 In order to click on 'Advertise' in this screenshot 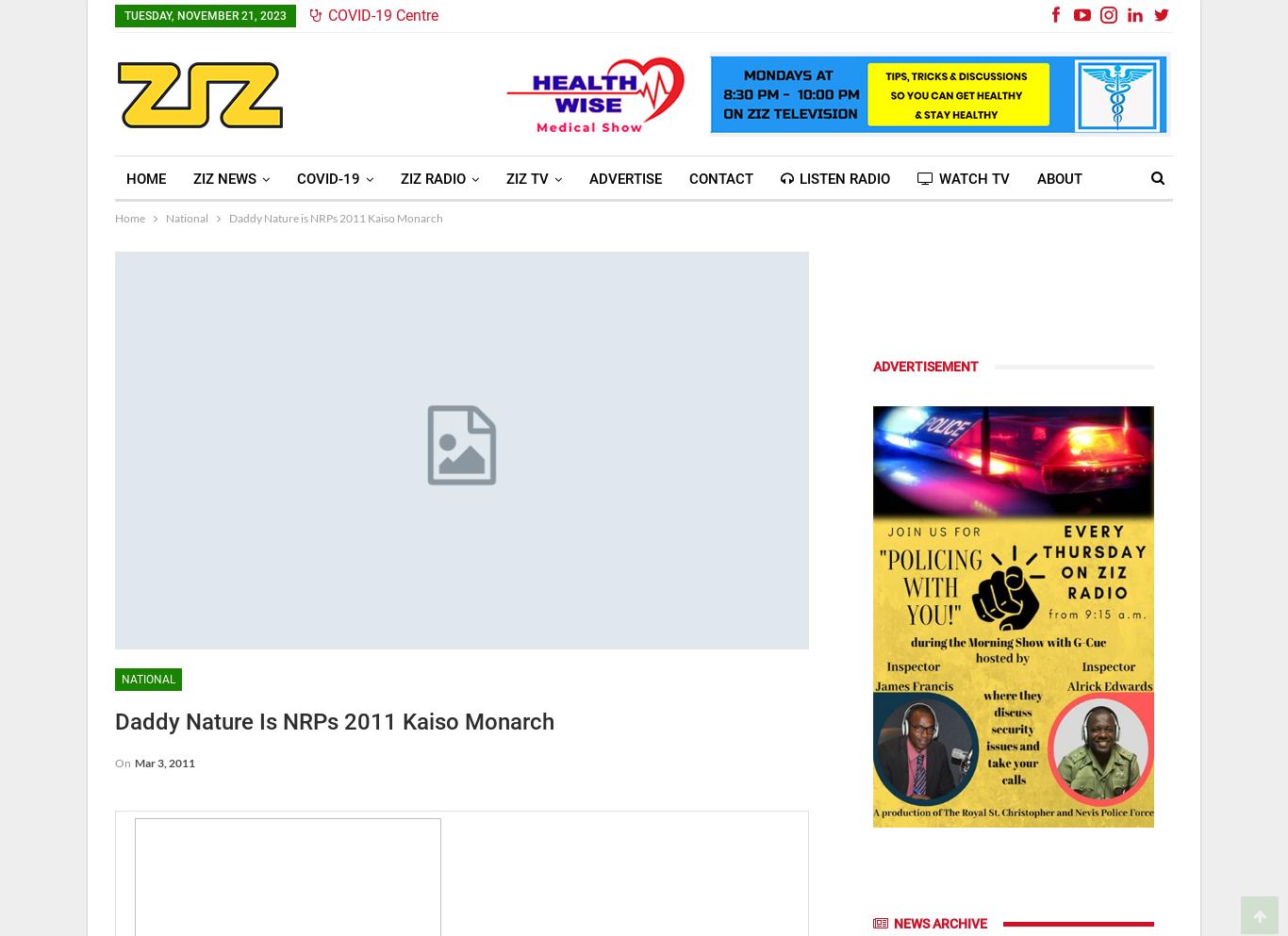, I will do `click(624, 177)`.